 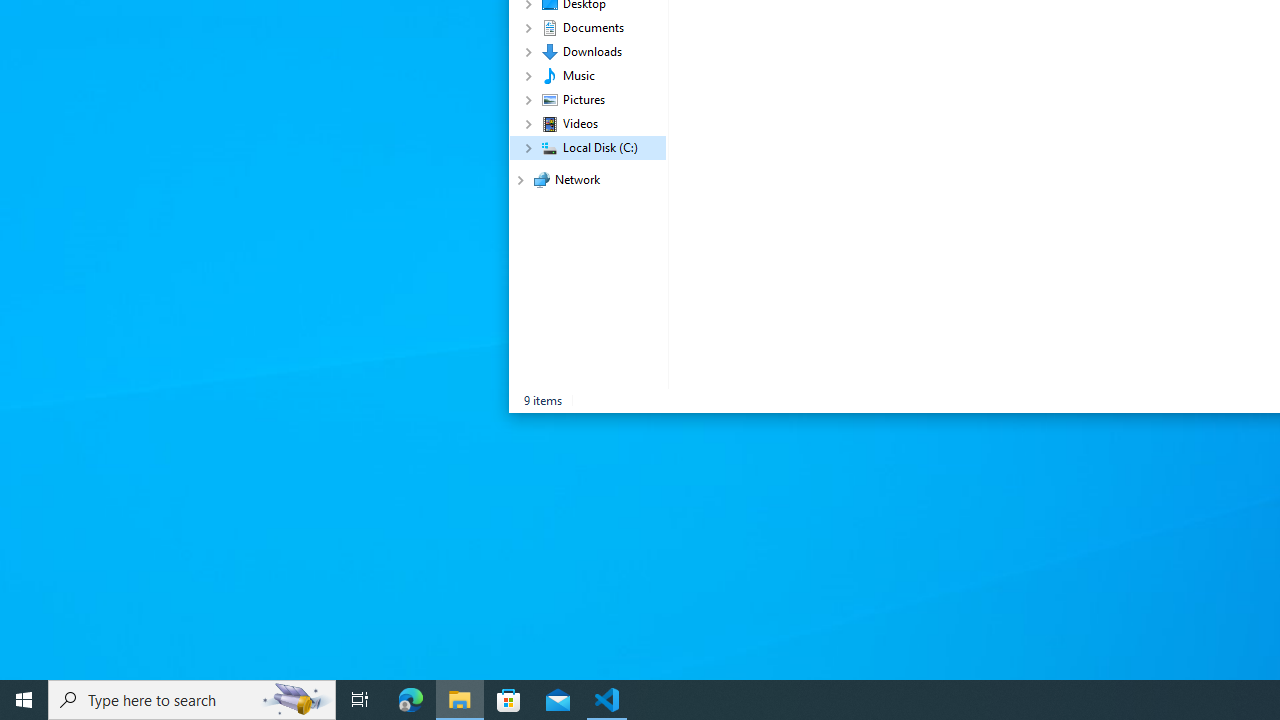 What do you see at coordinates (192, 698) in the screenshot?
I see `'Type here to search'` at bounding box center [192, 698].